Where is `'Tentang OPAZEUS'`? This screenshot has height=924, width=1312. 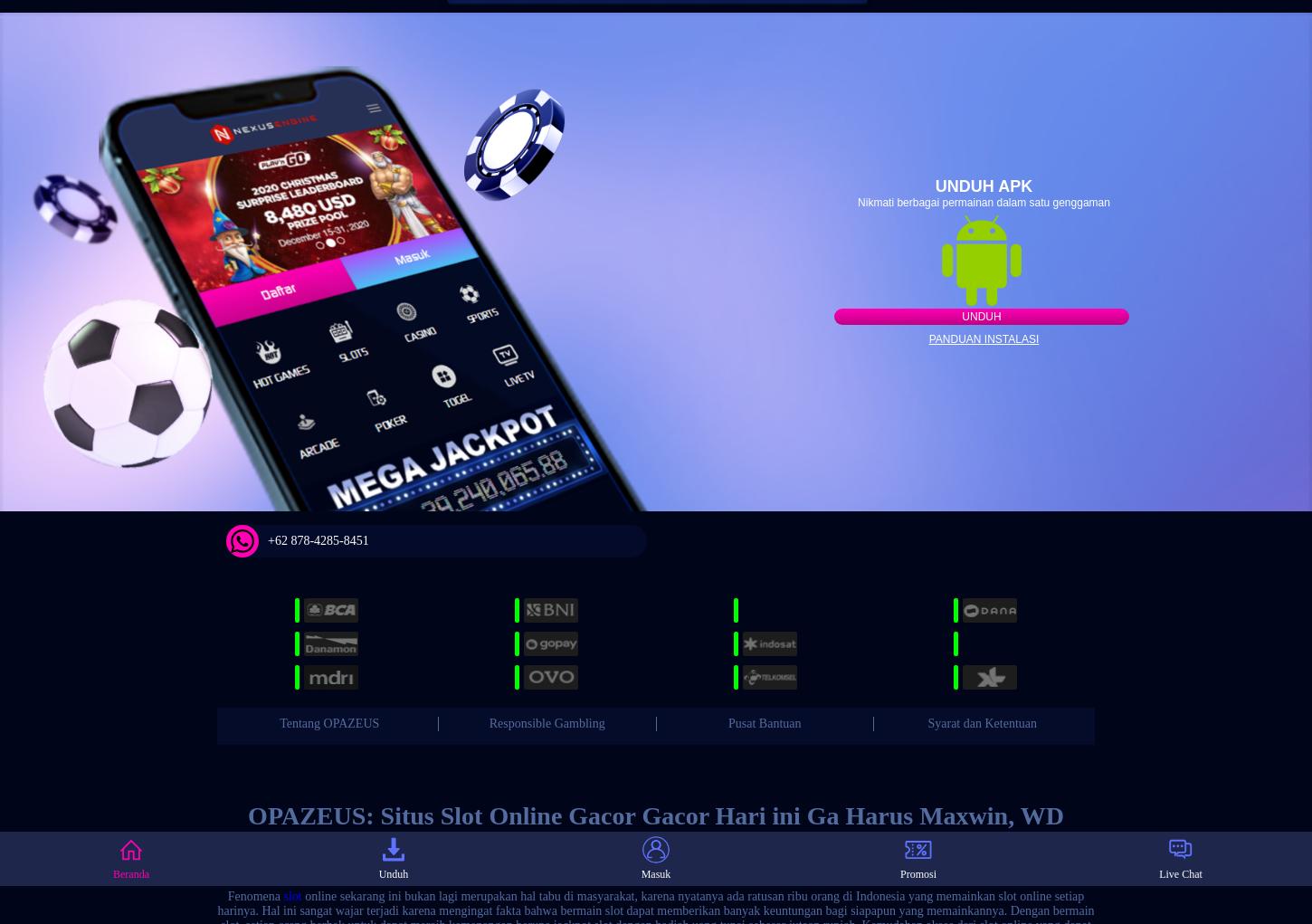
'Tentang OPAZEUS' is located at coordinates (328, 721).